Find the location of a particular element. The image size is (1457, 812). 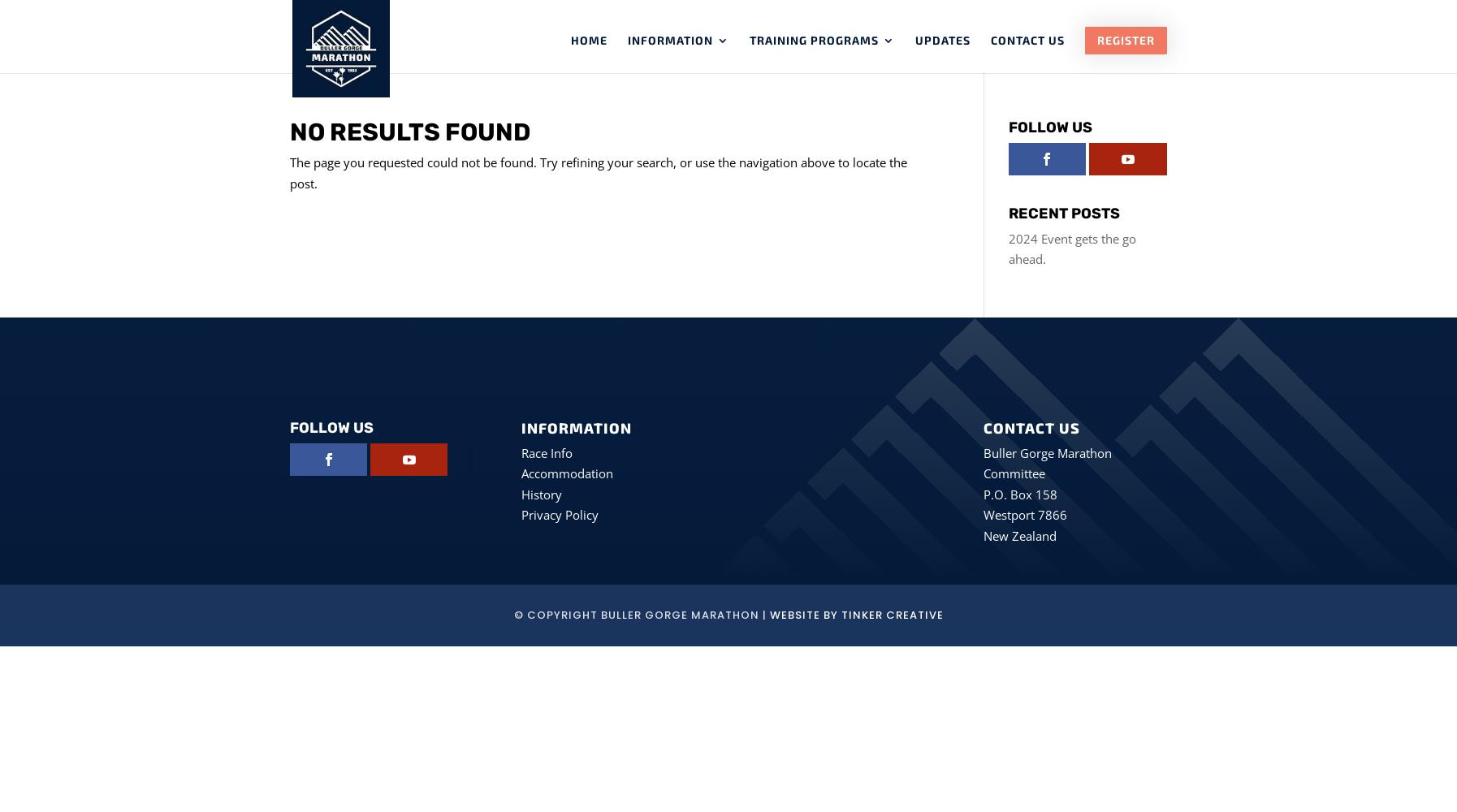

'Contact Us' is located at coordinates (1027, 40).